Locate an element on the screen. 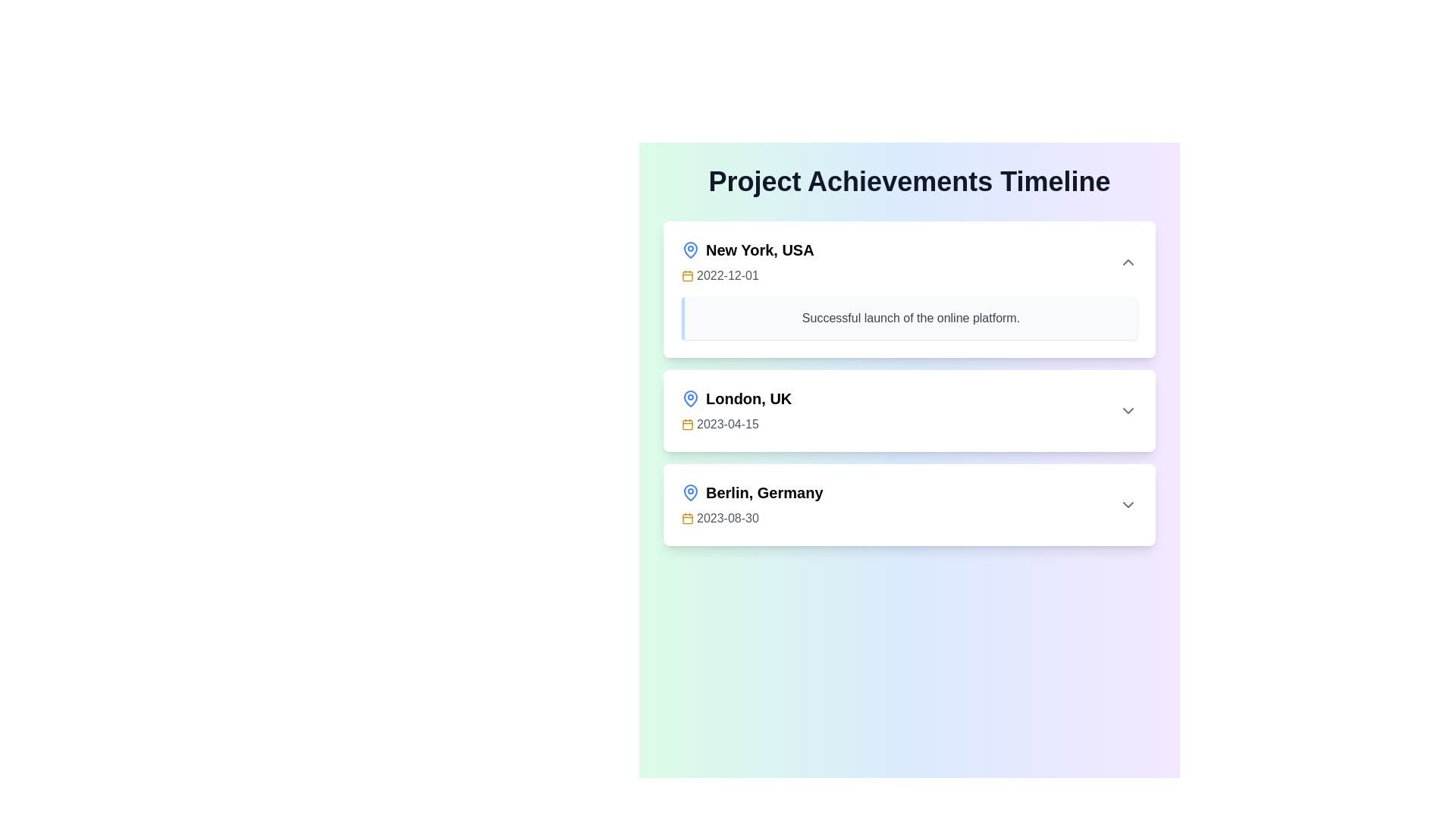 The image size is (1456, 819). the downward-pointing chevron icon button located on the right-hand side of the section under 'London, UK 2023-04-15' is located at coordinates (1128, 411).